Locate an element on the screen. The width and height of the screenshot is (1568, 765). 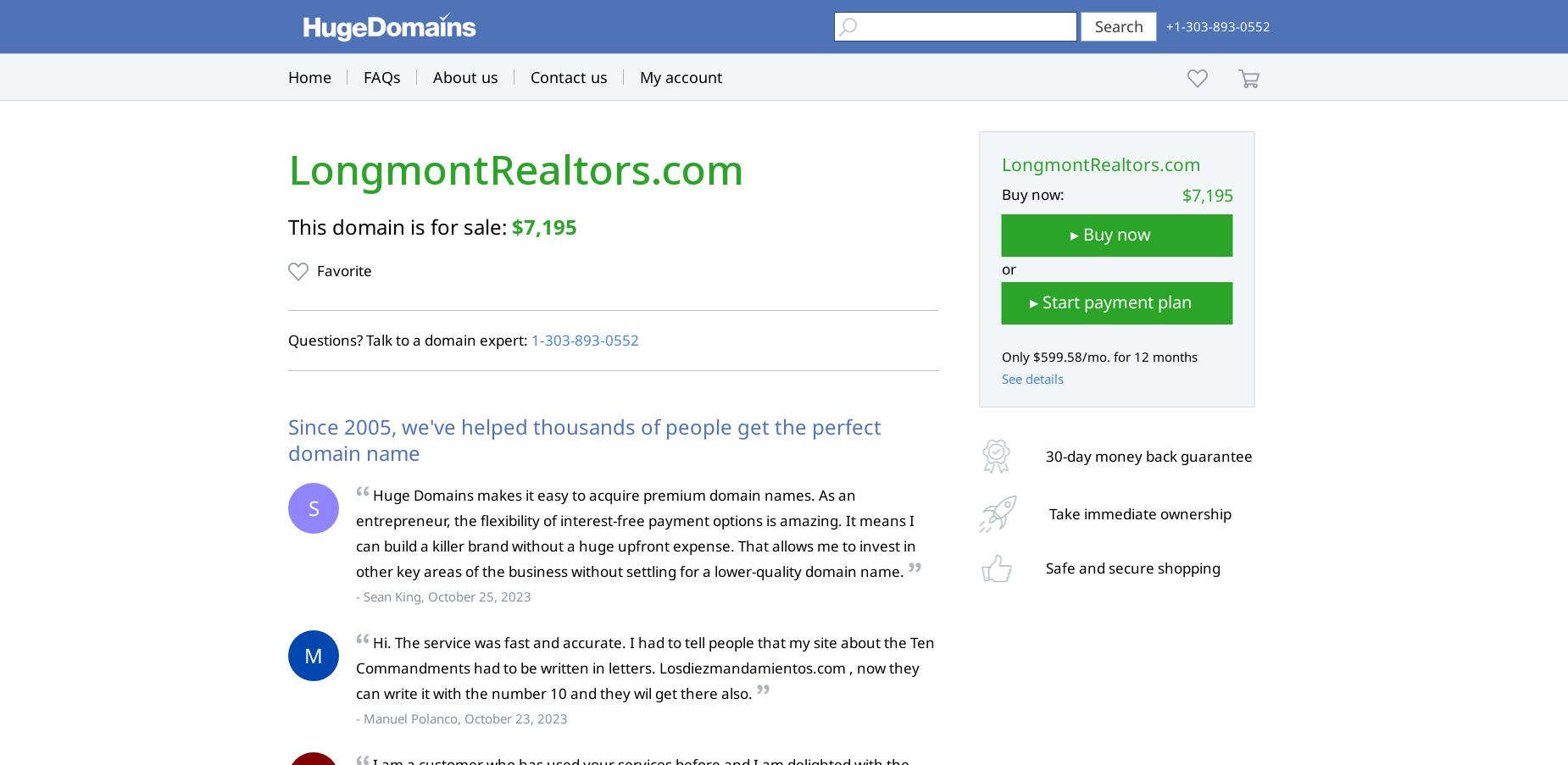
'LongmontRealtors.com' is located at coordinates (516, 169).